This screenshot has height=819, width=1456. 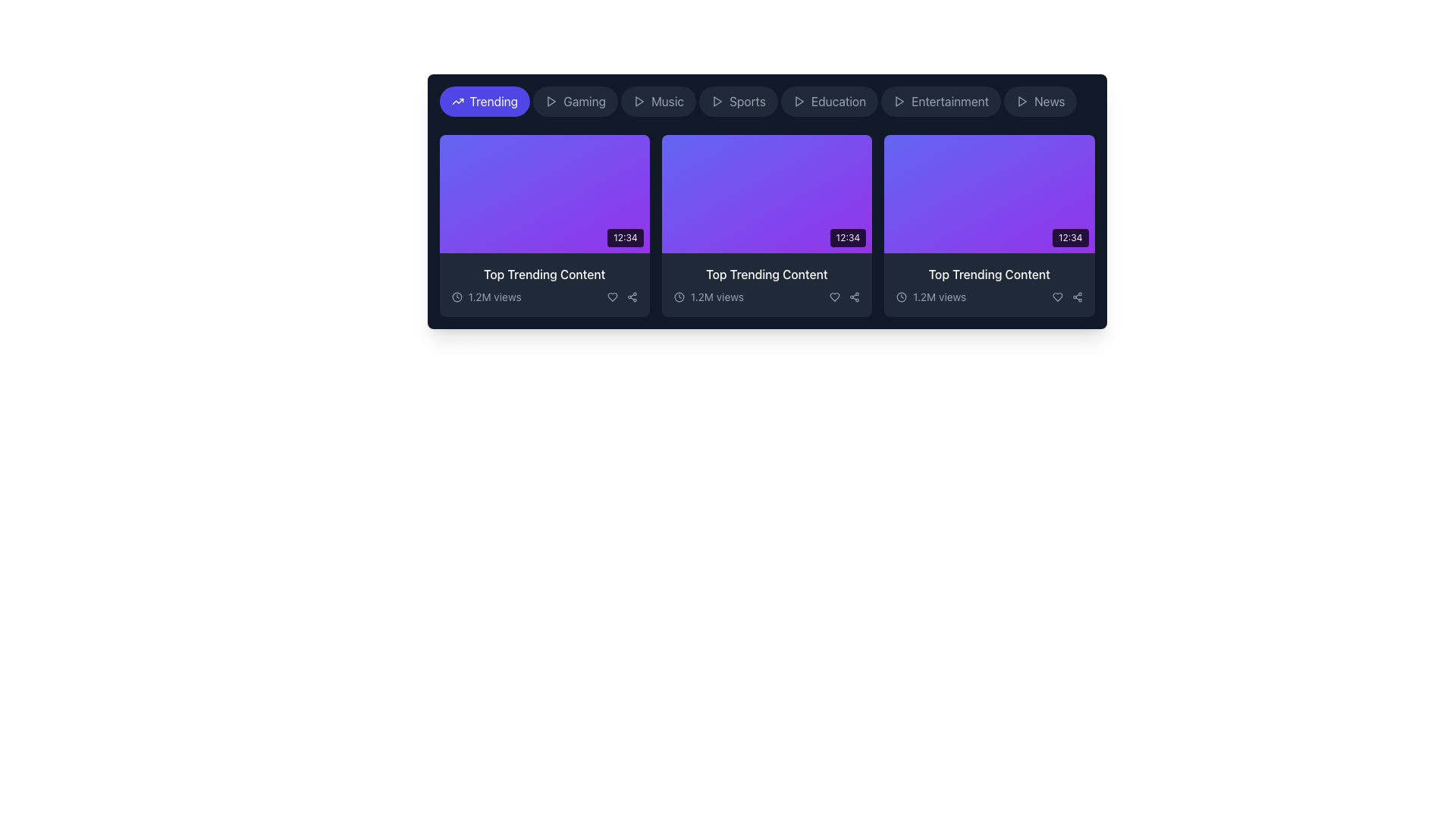 I want to click on the 'News' navigation button located at the top-right corner of the interface, so click(x=1040, y=102).